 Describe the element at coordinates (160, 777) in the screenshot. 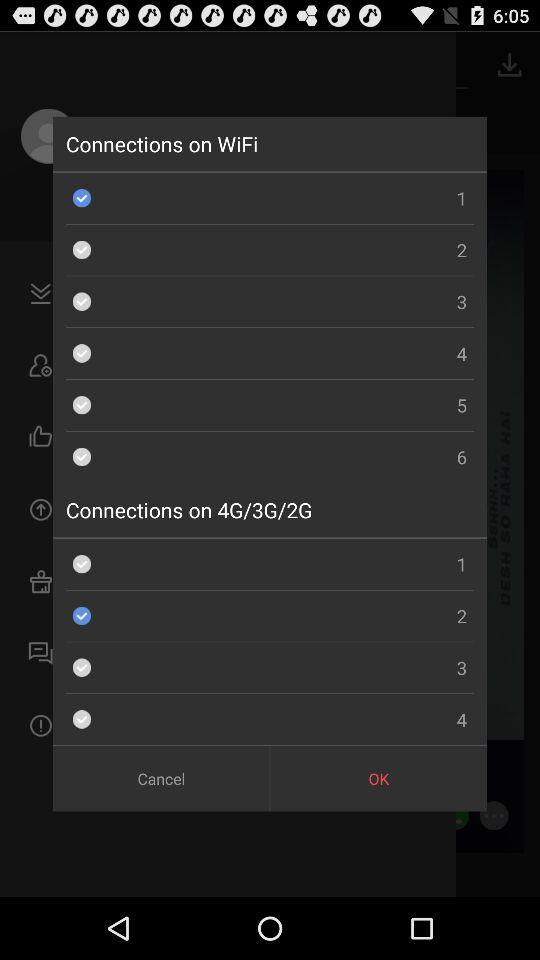

I see `cancel item` at that location.